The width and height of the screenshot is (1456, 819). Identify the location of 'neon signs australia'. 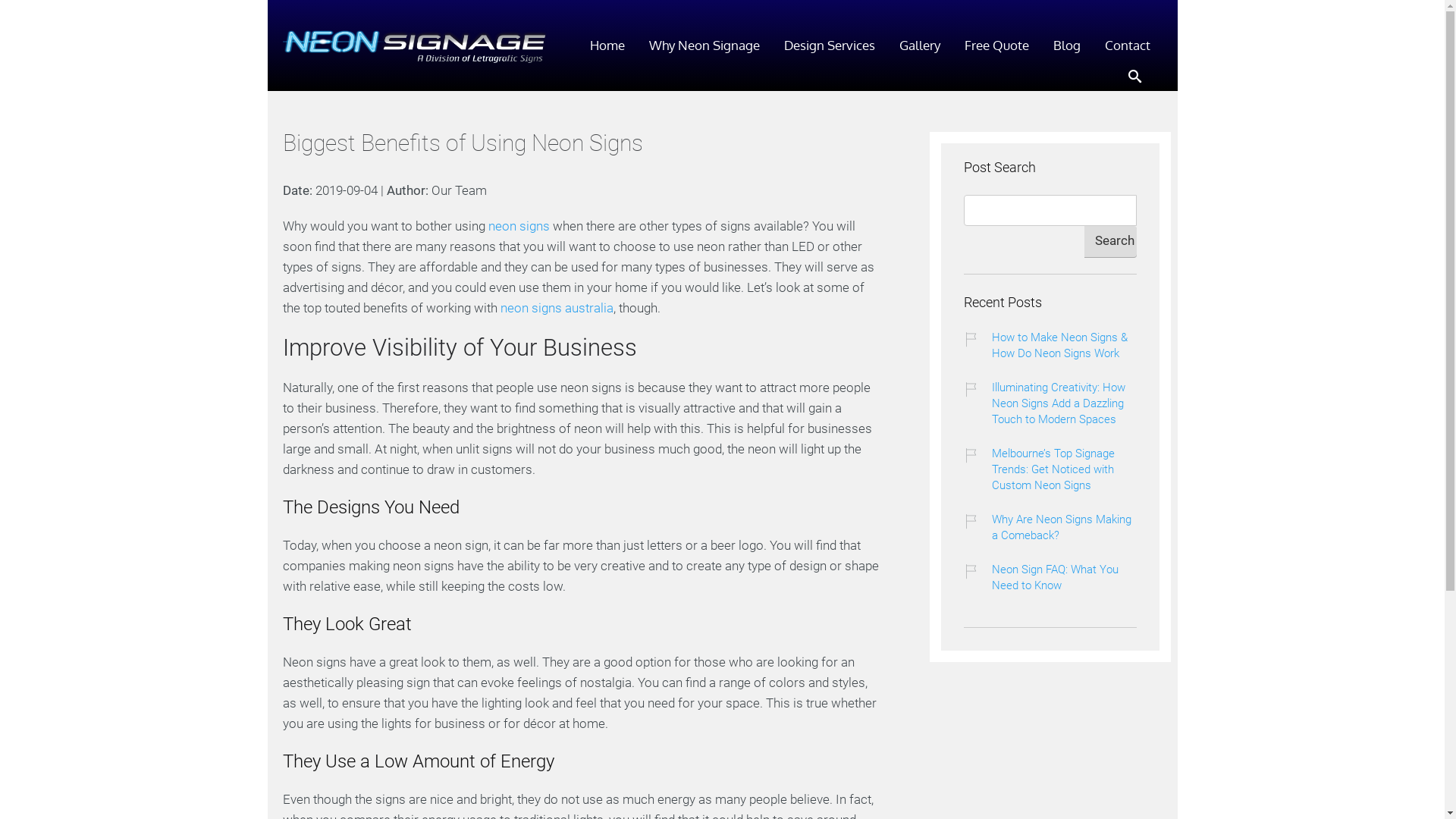
(556, 307).